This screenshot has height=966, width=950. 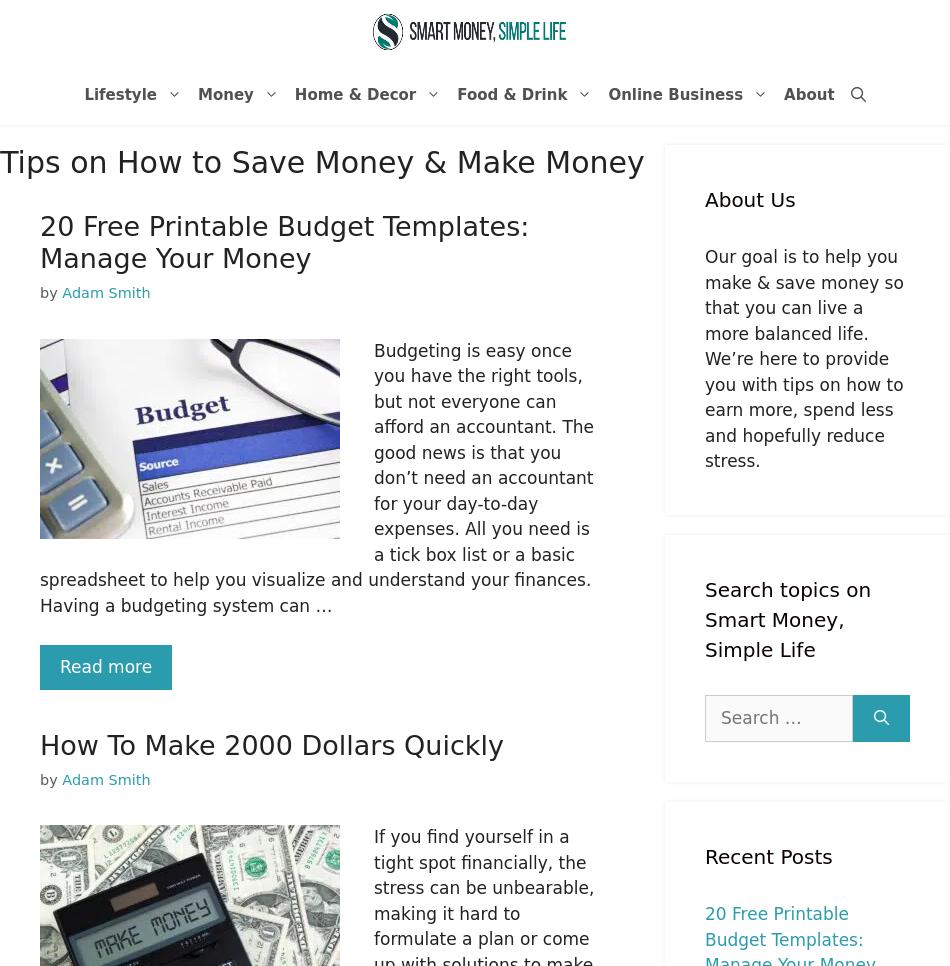 What do you see at coordinates (354, 93) in the screenshot?
I see `'Home & Decor'` at bounding box center [354, 93].